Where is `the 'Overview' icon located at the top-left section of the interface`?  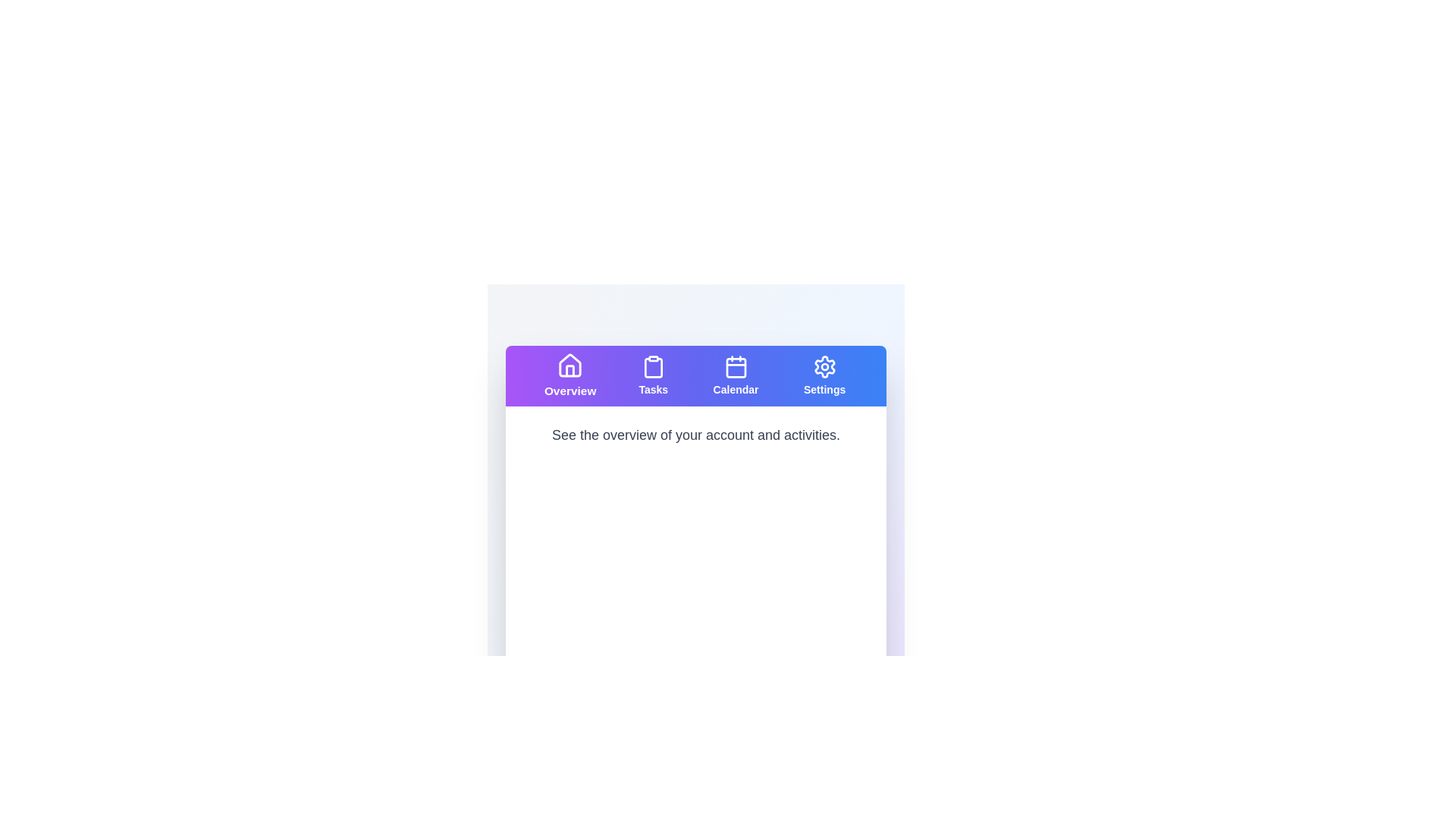 the 'Overview' icon located at the top-left section of the interface is located at coordinates (569, 366).